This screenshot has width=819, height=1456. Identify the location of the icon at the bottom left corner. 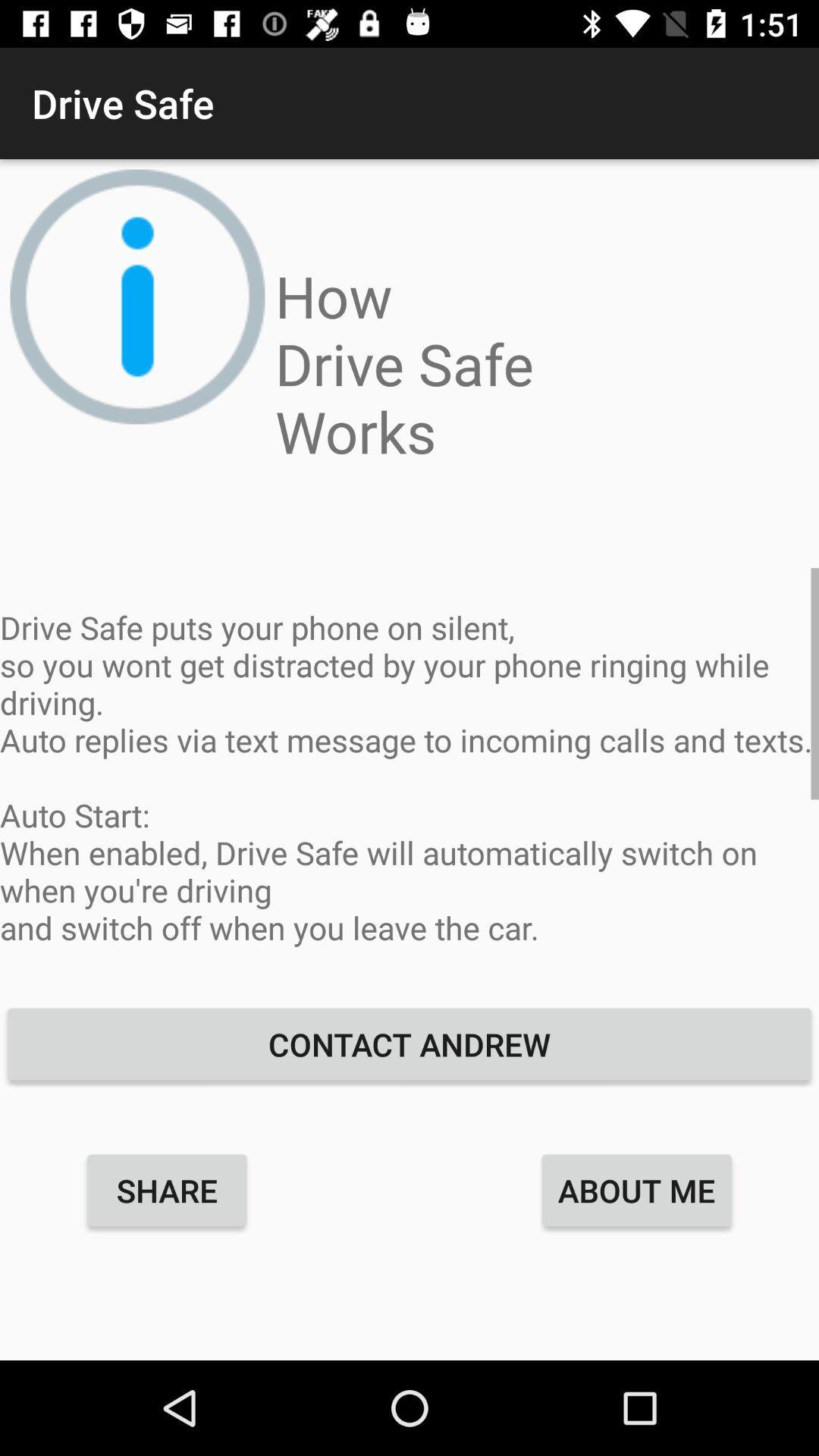
(167, 1189).